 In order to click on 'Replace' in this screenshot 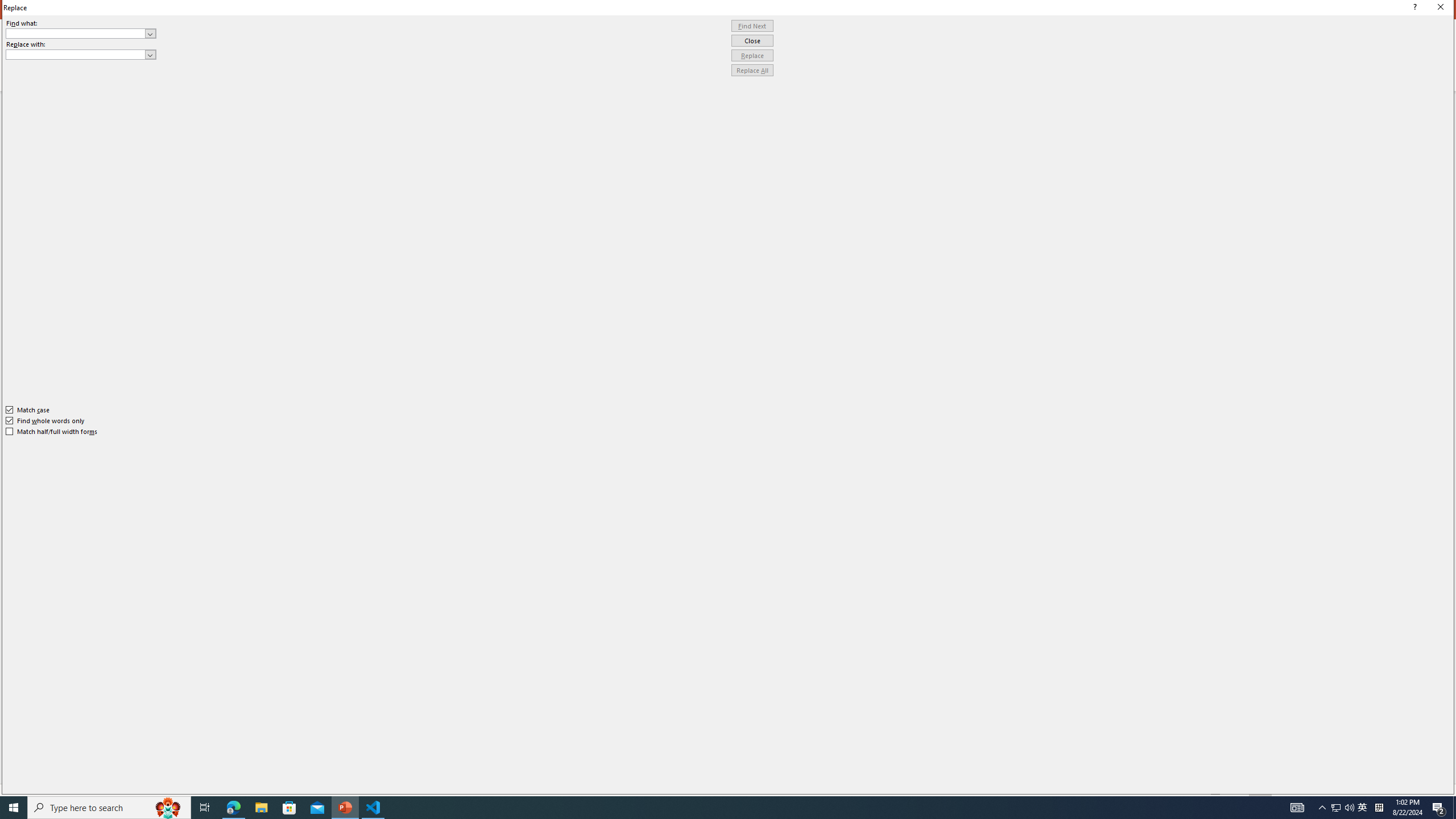, I will do `click(752, 55)`.